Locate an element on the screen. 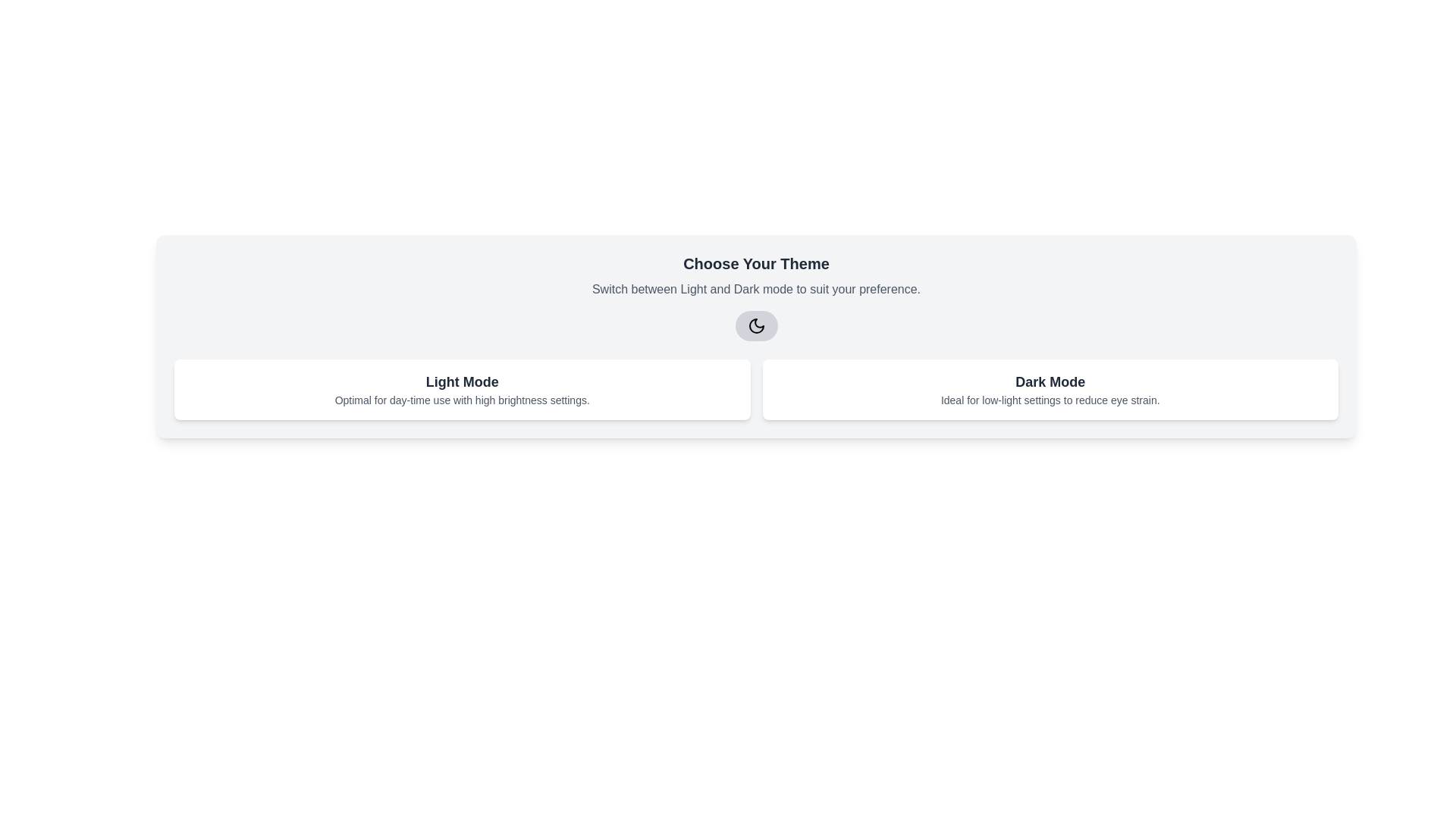 Image resolution: width=1456 pixels, height=819 pixels. label text indicating the 'Light Mode' theme selection option, which is centrally aligned above the features description within the dual-option panel is located at coordinates (461, 381).